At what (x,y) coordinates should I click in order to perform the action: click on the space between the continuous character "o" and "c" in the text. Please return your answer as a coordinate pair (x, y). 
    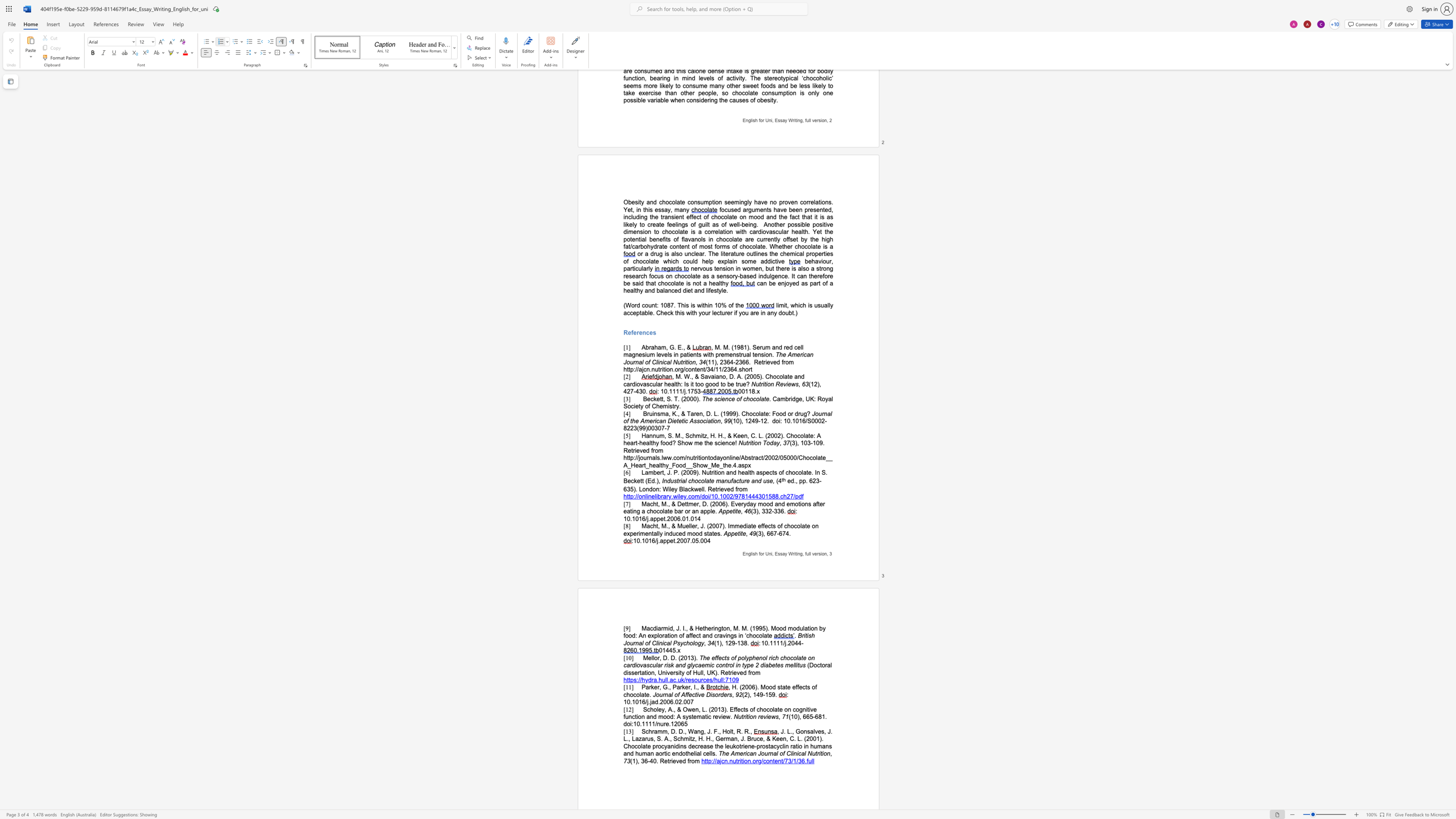
    Looking at the image, I should click on (790, 657).